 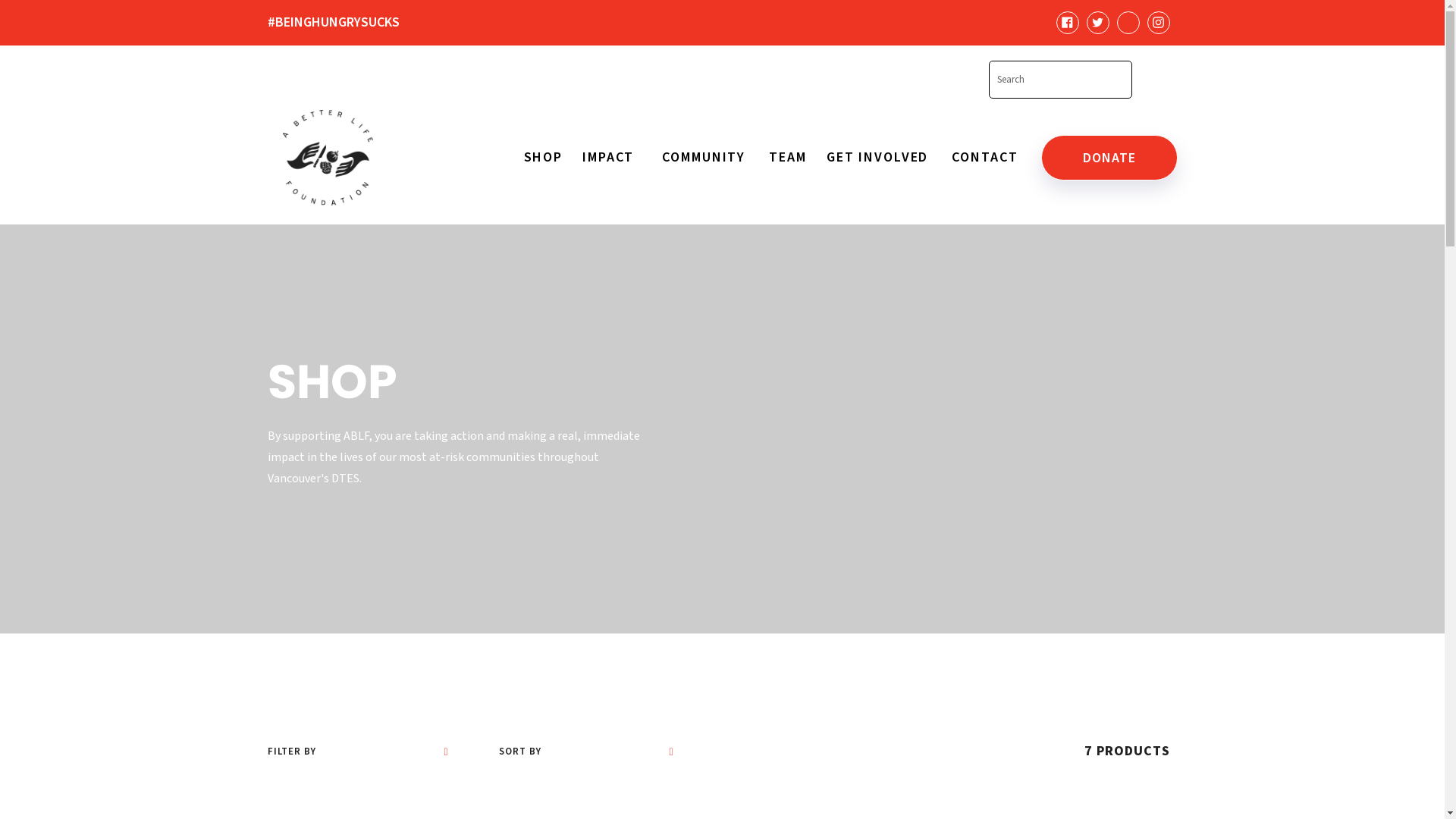 What do you see at coordinates (1109, 158) in the screenshot?
I see `'DONATE'` at bounding box center [1109, 158].